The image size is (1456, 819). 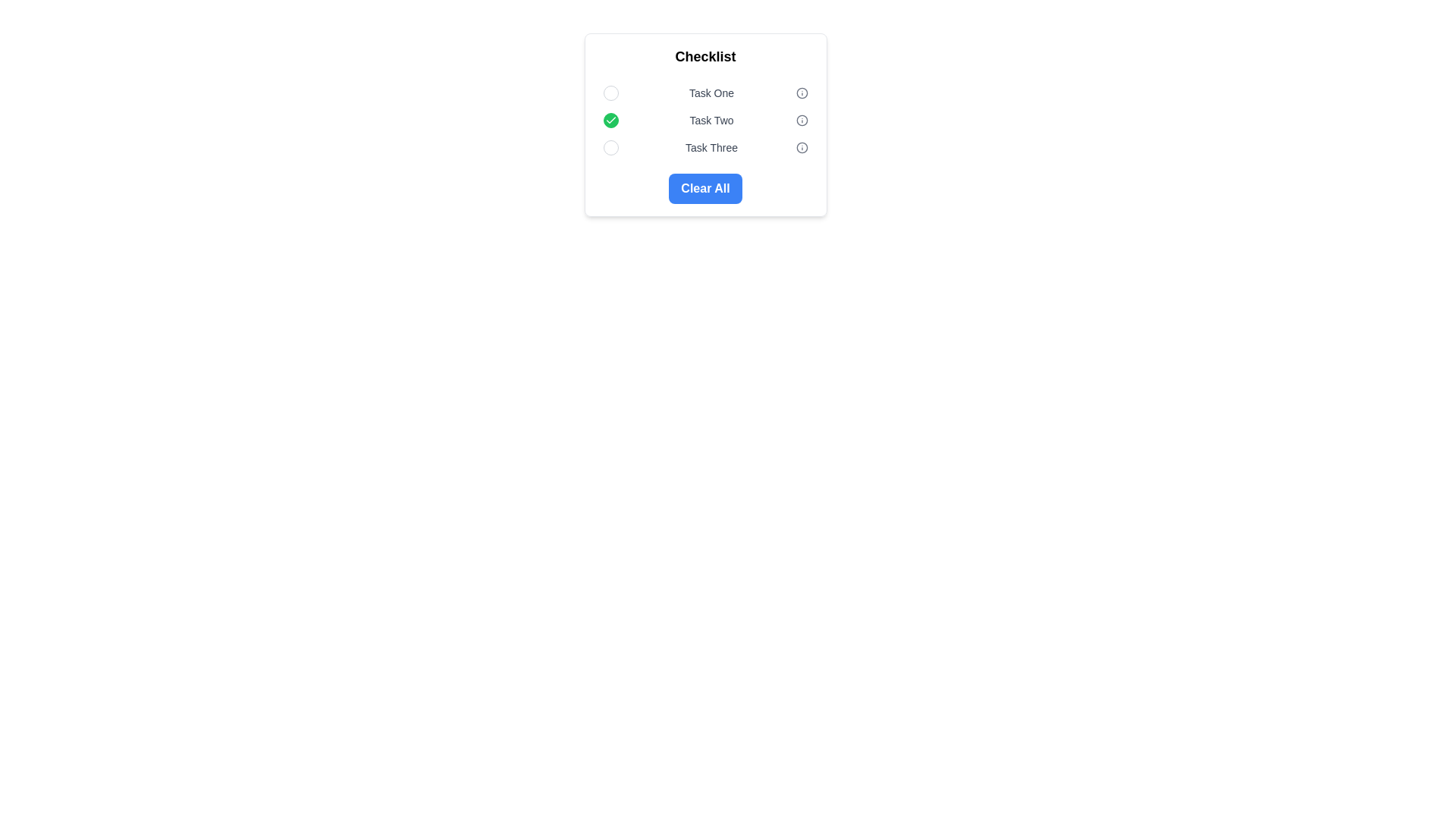 What do you see at coordinates (801, 119) in the screenshot?
I see `the outermost SVG circle component of the informational icon located in the rightmost area of the second line related to 'Task Two' in the checklist` at bounding box center [801, 119].